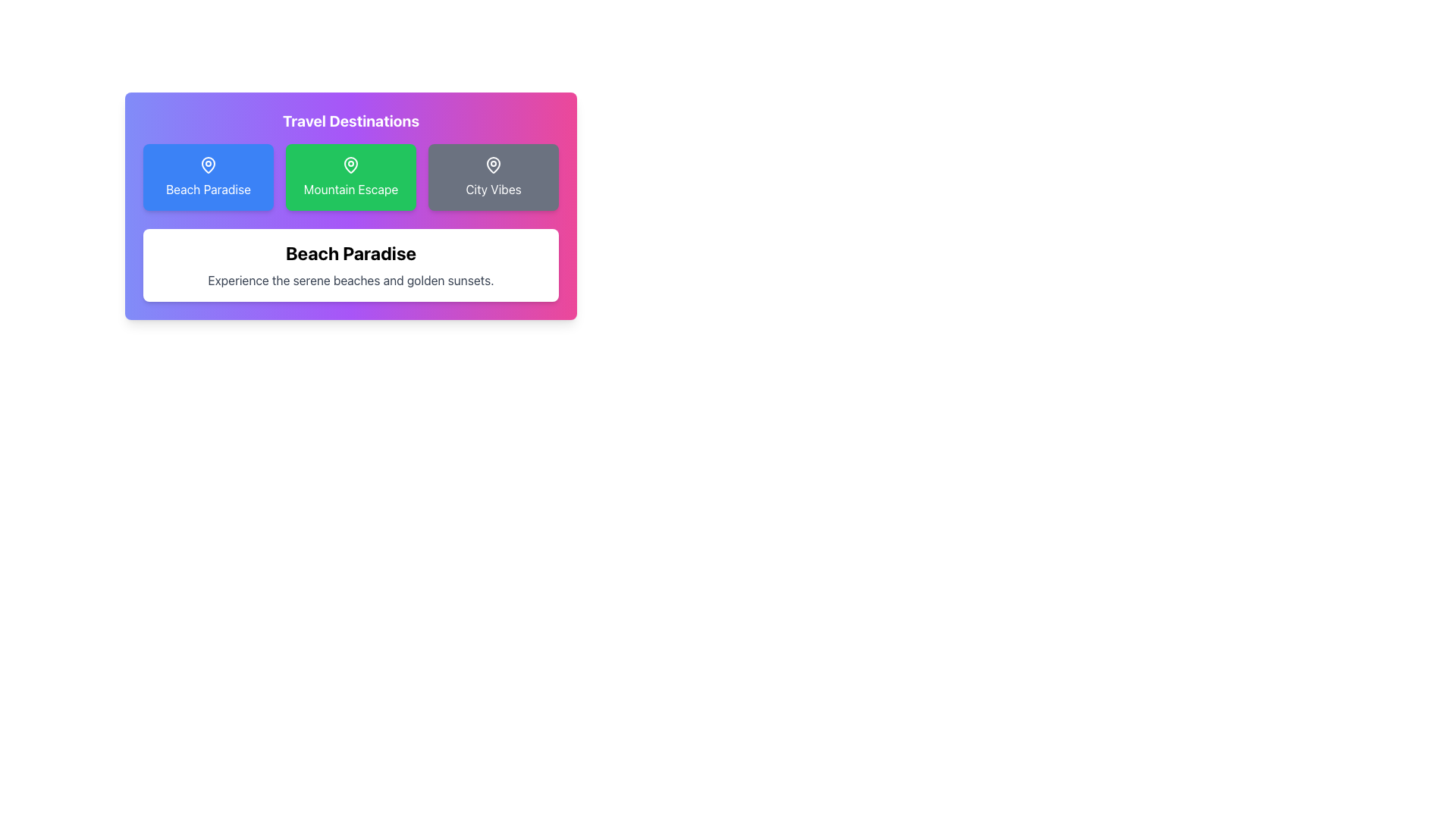 This screenshot has height=819, width=1456. Describe the element at coordinates (350, 177) in the screenshot. I see `the green rectangular card titled 'Mountain Escape' with a pin icon at the top center` at that location.